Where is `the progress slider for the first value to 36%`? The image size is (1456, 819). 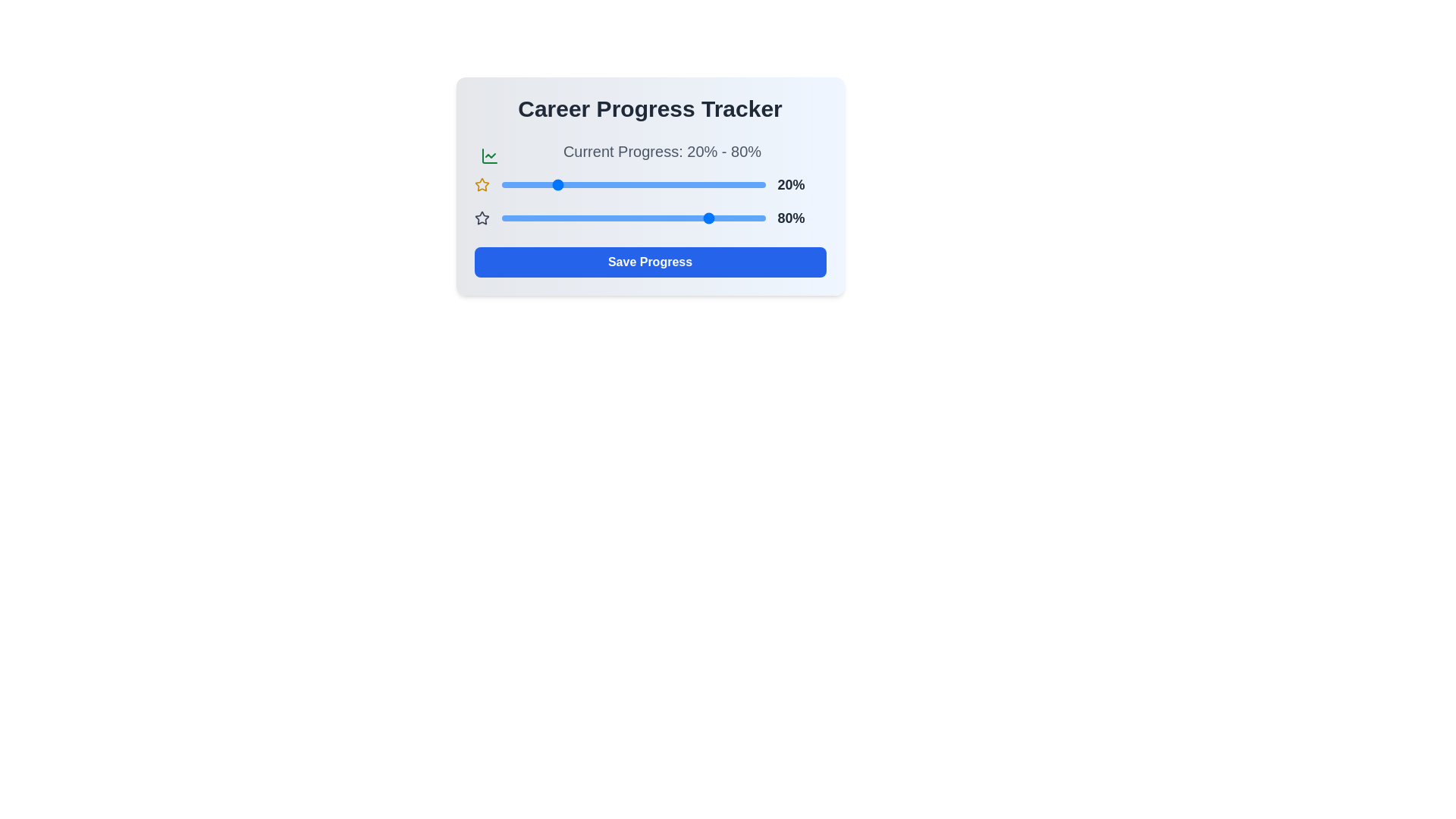
the progress slider for the first value to 36% is located at coordinates (595, 184).